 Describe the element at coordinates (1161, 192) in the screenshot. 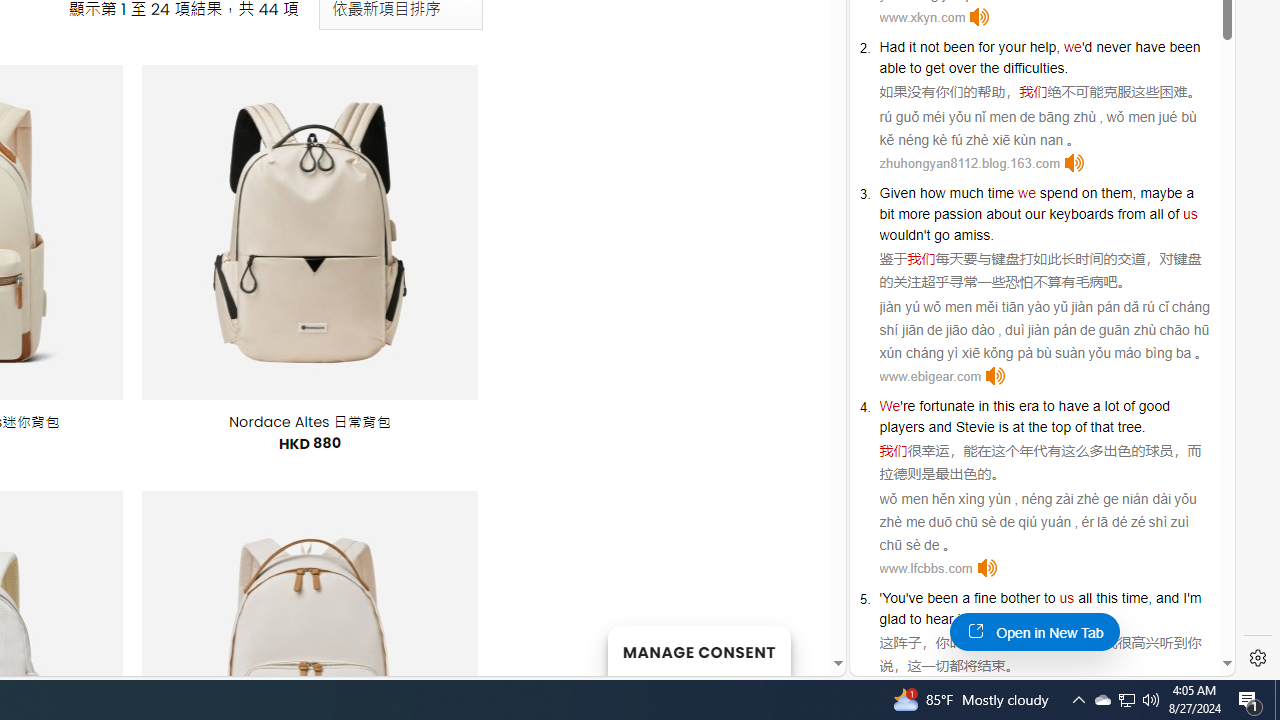

I see `'maybe'` at that location.